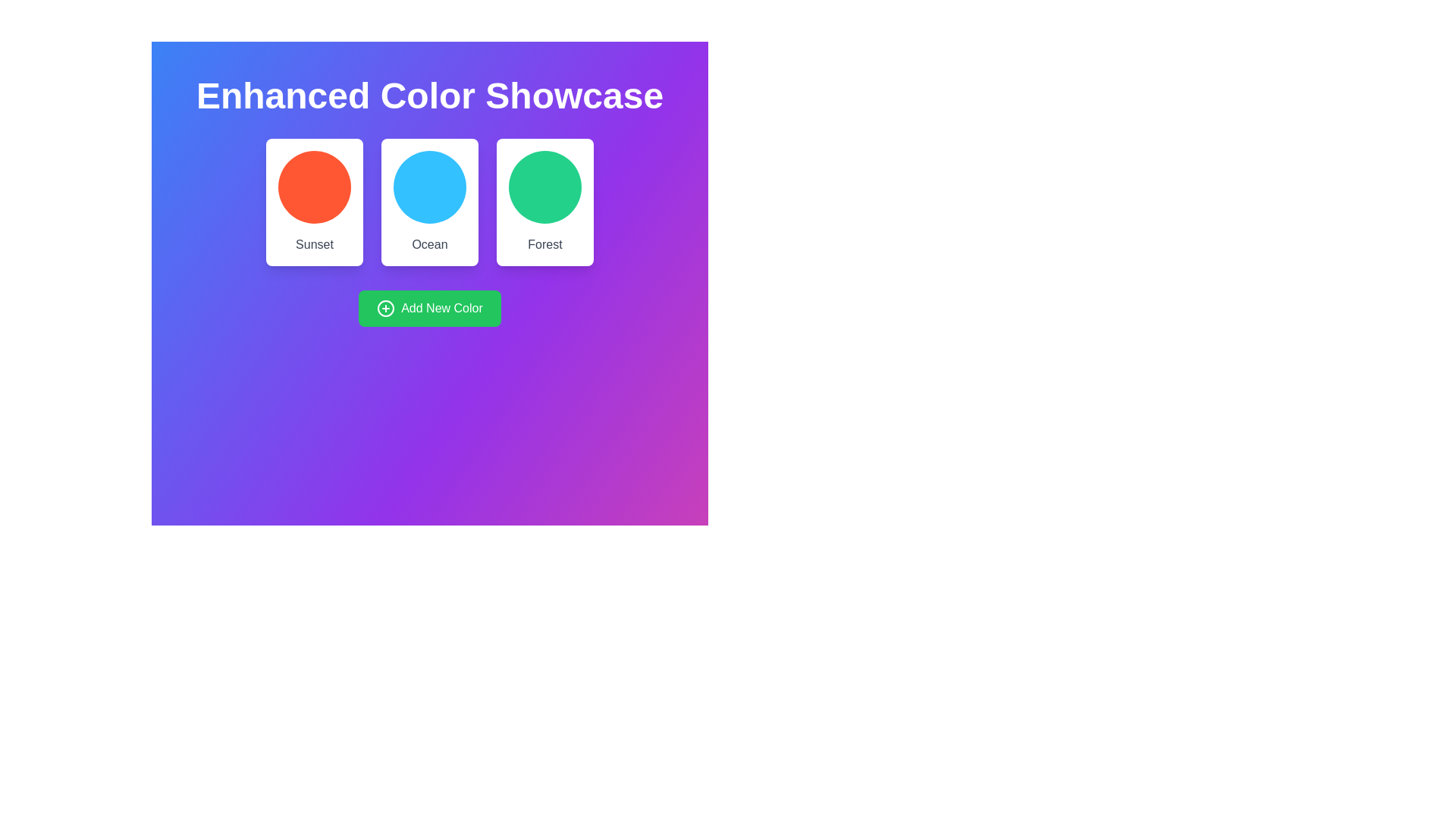 Image resolution: width=1456 pixels, height=819 pixels. I want to click on the 'Sunset' card, so click(313, 201).